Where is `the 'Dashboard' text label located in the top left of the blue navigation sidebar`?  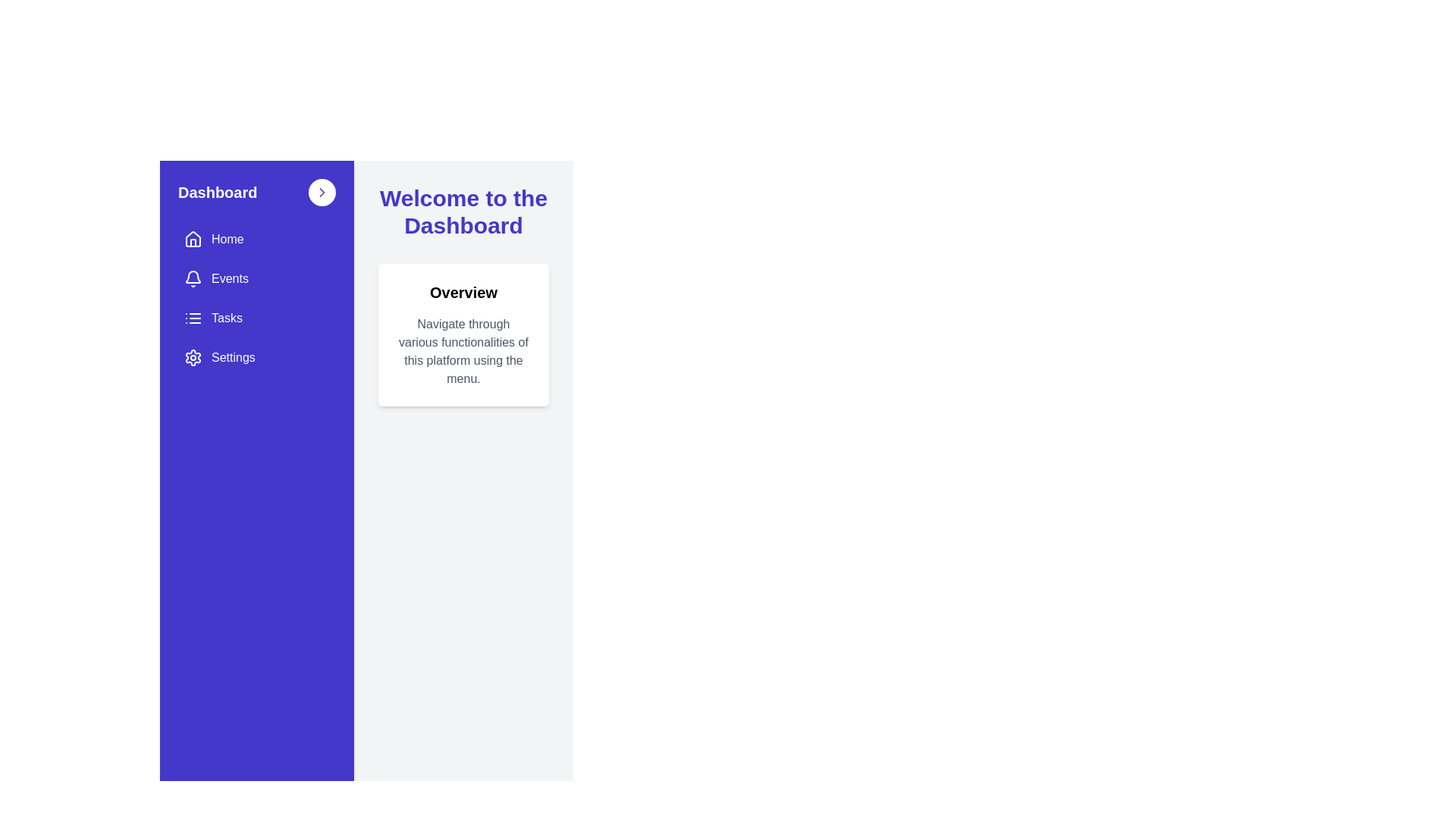 the 'Dashboard' text label located in the top left of the blue navigation sidebar is located at coordinates (217, 192).